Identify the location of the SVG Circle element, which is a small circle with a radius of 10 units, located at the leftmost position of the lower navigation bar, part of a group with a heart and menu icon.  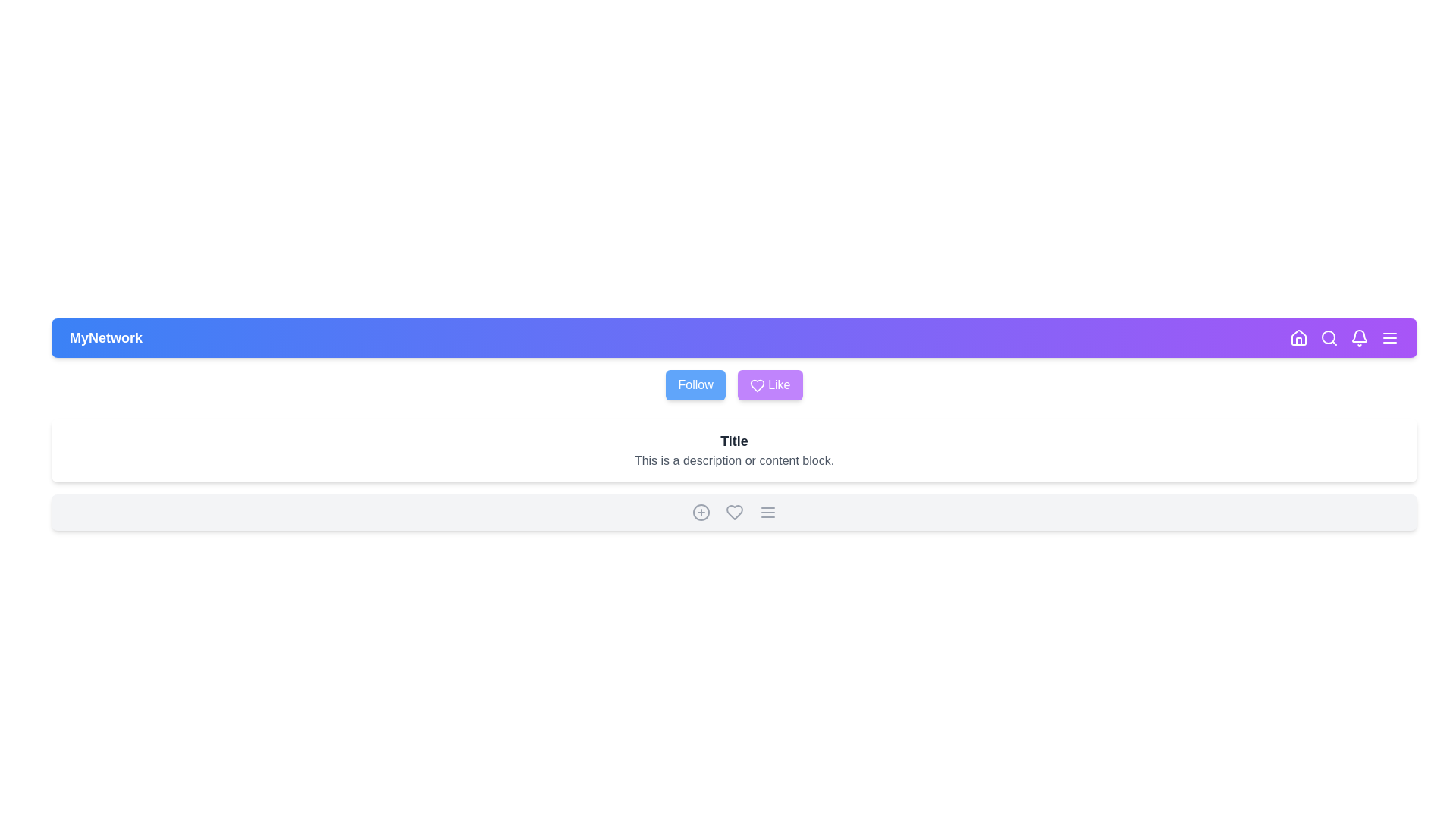
(700, 512).